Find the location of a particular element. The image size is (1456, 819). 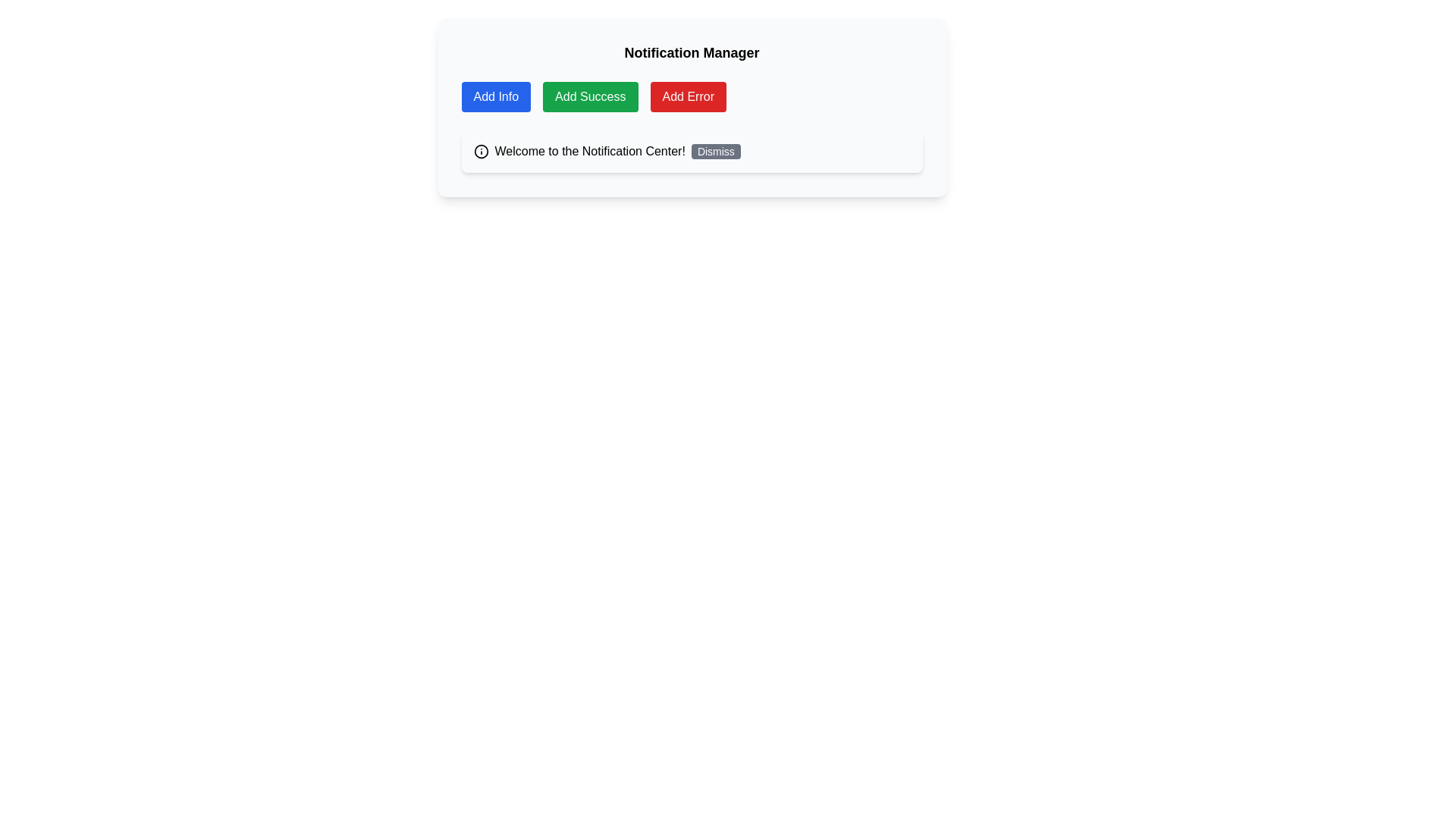

the rightmost button in a row of three buttons, which triggers an error-related action is located at coordinates (687, 96).